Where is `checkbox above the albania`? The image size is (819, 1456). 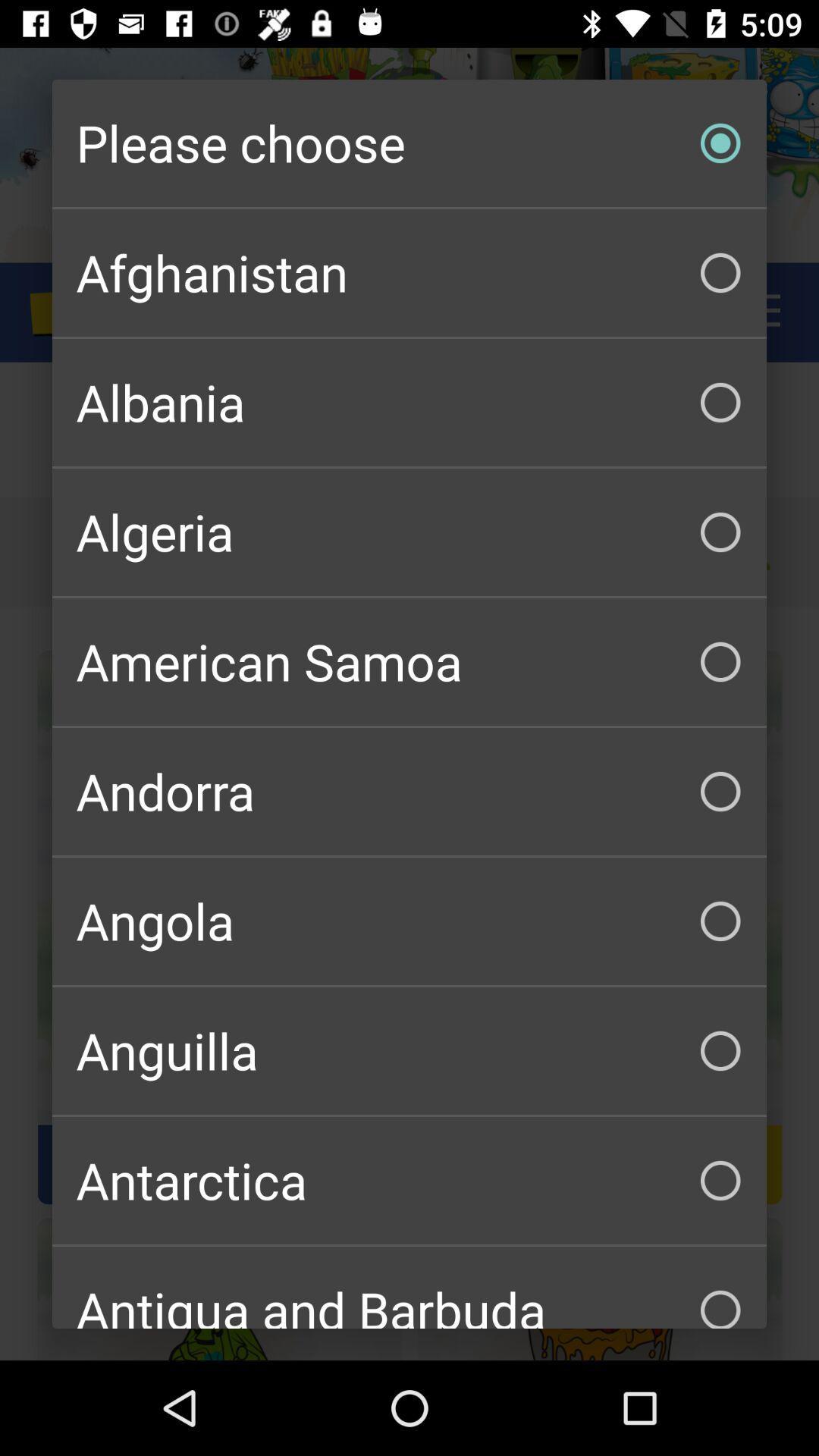
checkbox above the albania is located at coordinates (409, 273).